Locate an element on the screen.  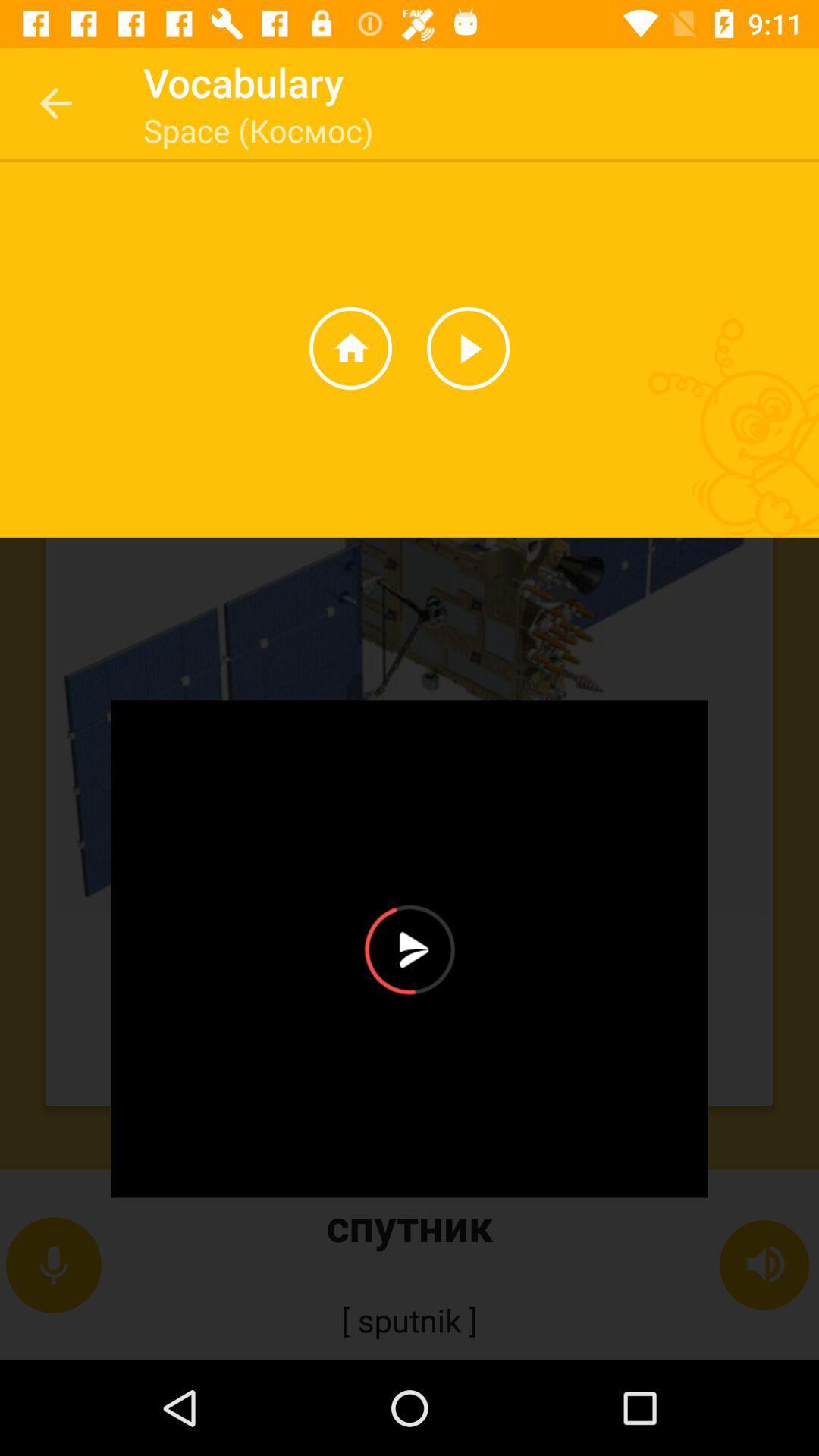
the home icon is located at coordinates (350, 347).